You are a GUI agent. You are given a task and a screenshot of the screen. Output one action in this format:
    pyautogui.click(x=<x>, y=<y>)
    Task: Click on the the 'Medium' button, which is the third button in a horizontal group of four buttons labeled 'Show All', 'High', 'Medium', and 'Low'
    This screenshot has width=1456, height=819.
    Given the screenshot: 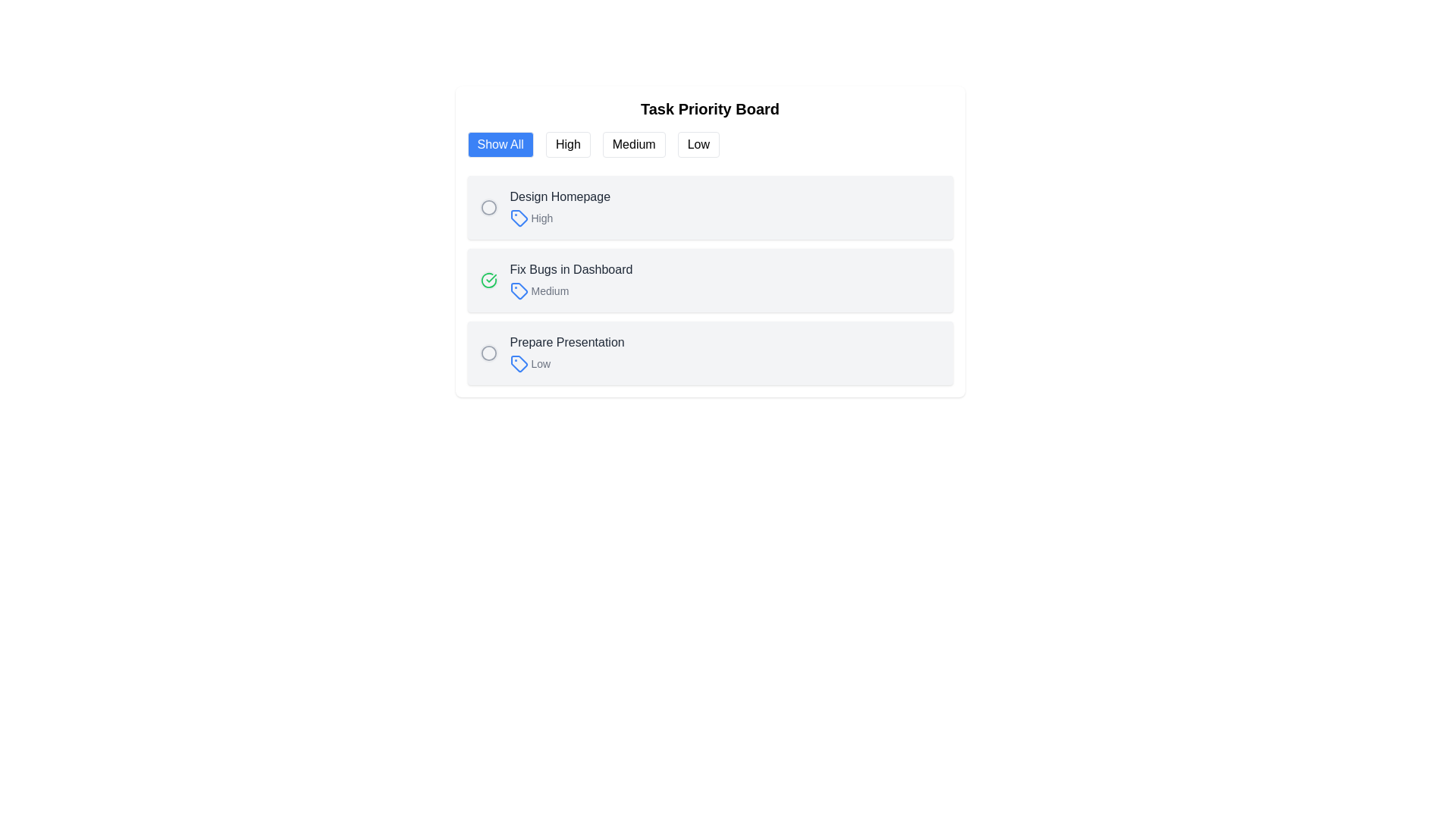 What is the action you would take?
    pyautogui.click(x=634, y=145)
    